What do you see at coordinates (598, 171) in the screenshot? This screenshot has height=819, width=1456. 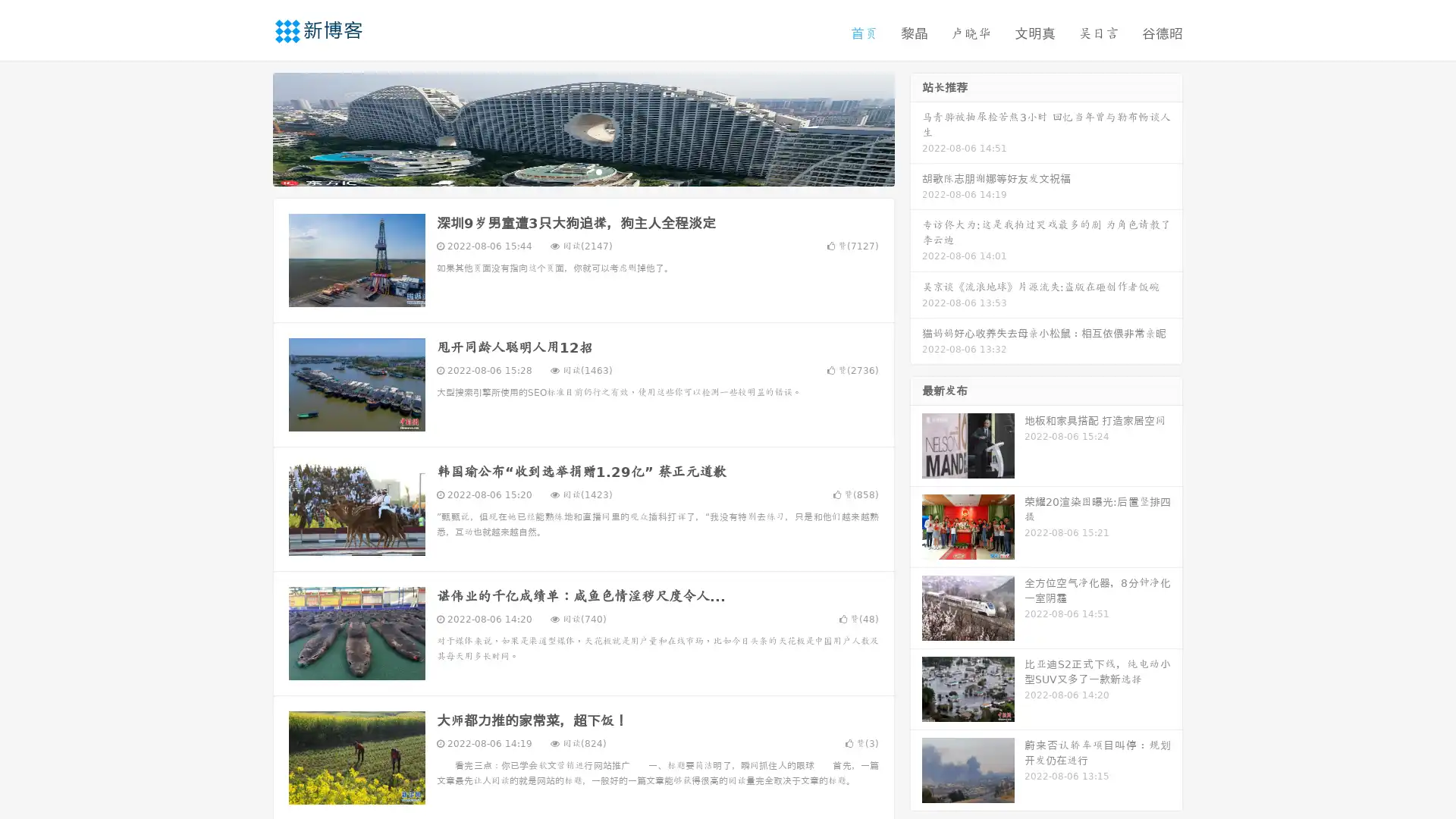 I see `Go to slide 3` at bounding box center [598, 171].